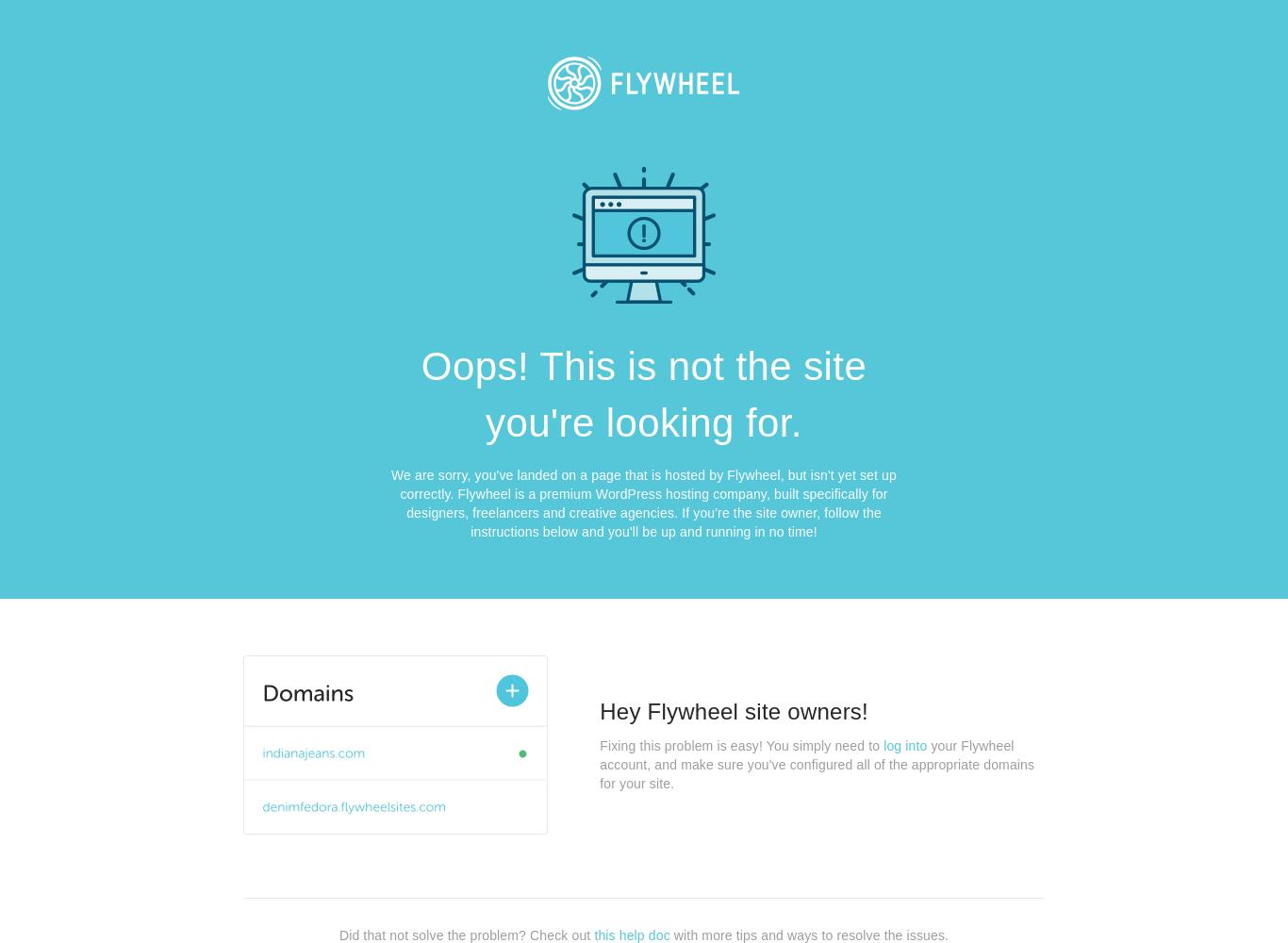 This screenshot has width=1288, height=943. I want to click on 'Fixing this problem is easy! You simply need to', so click(599, 746).